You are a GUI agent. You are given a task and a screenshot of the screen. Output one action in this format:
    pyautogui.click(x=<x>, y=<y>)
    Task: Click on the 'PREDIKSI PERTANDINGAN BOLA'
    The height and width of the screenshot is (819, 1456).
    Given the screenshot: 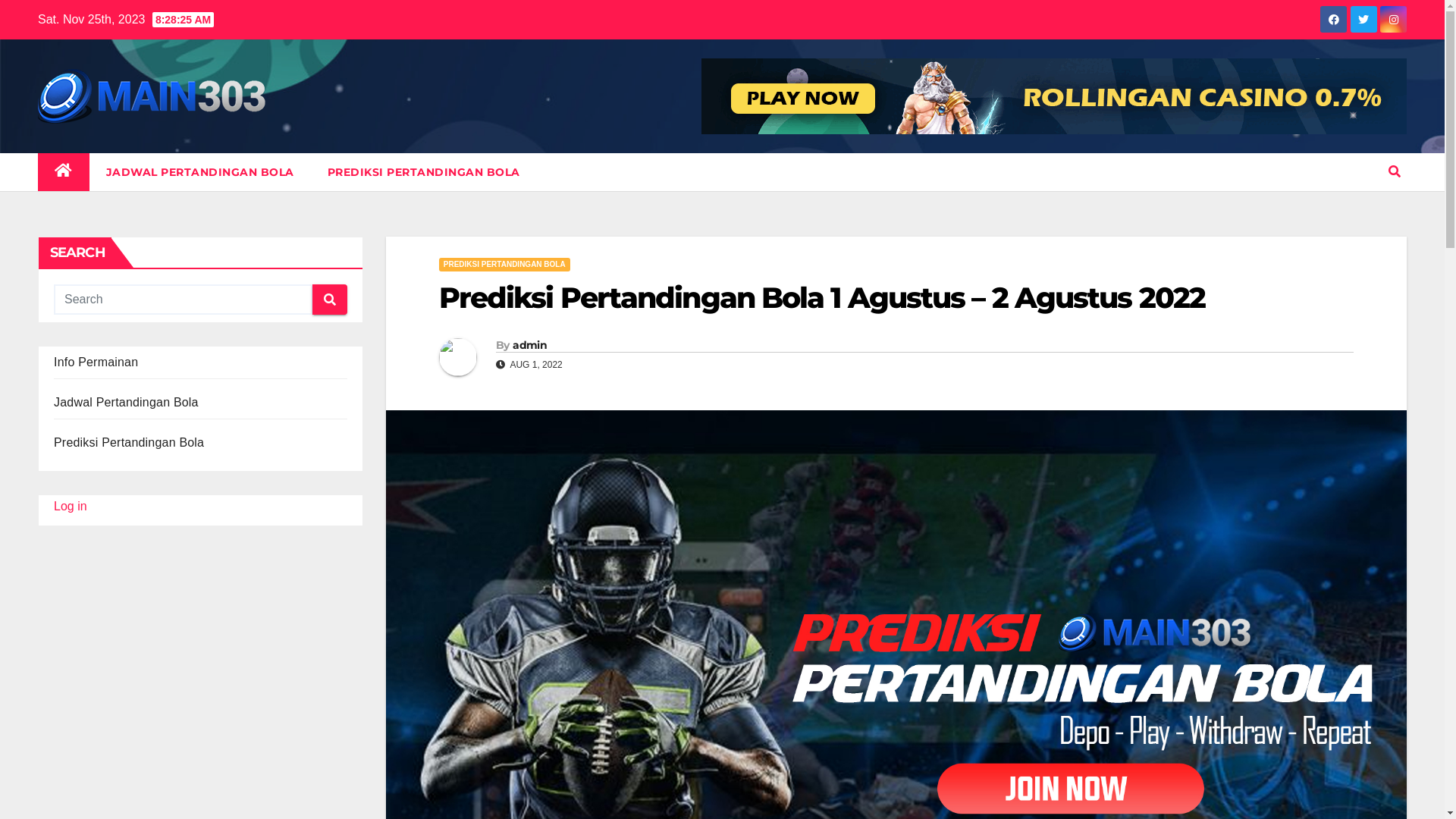 What is the action you would take?
    pyautogui.click(x=423, y=171)
    